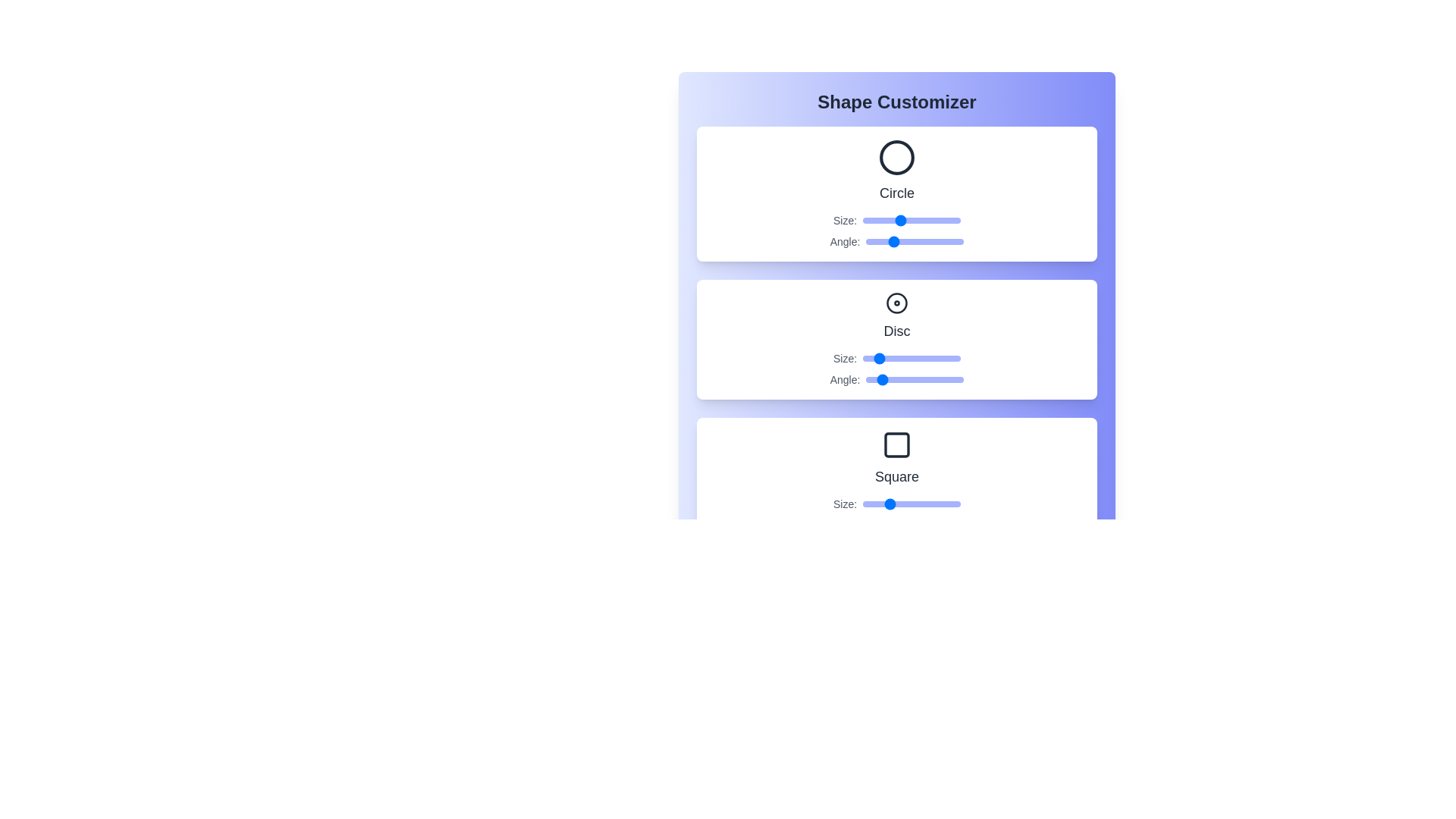  I want to click on the size slider of the Square shape to 57, so click(908, 504).